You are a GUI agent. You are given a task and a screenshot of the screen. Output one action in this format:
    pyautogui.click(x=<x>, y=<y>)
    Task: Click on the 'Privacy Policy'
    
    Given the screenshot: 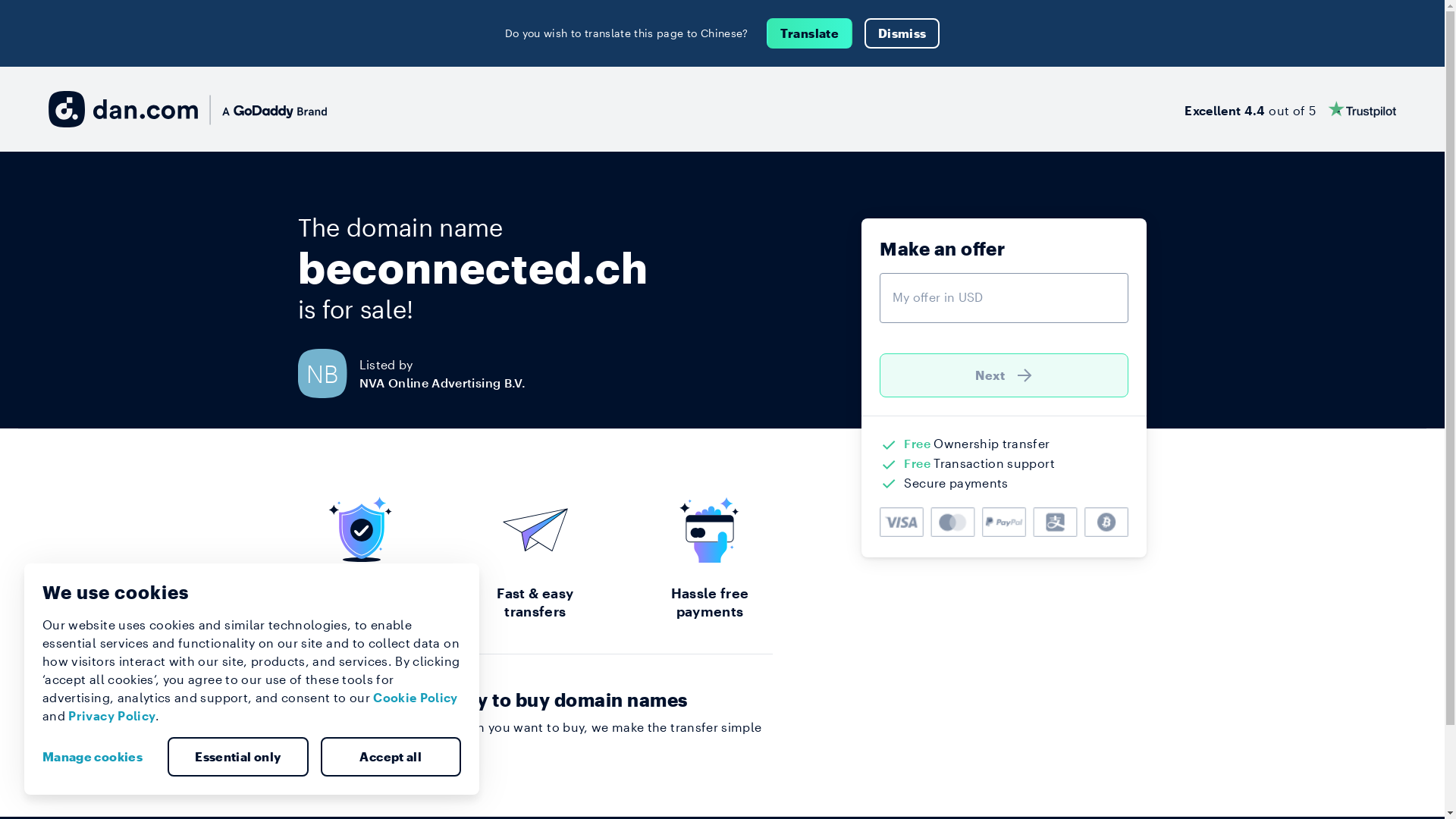 What is the action you would take?
    pyautogui.click(x=111, y=715)
    